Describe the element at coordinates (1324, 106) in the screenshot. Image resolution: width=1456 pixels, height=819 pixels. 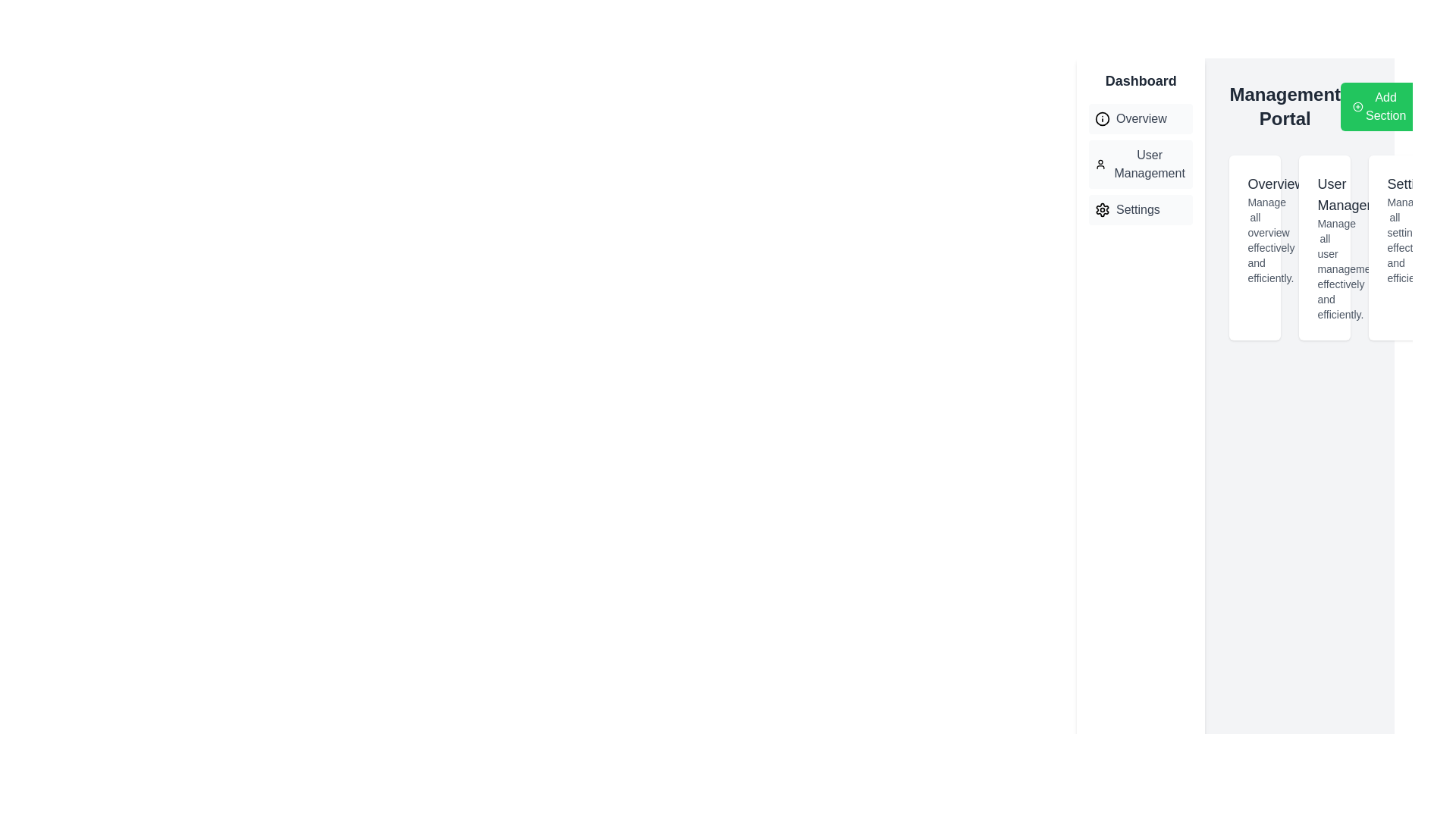
I see `the heading 'Management Portal'` at that location.